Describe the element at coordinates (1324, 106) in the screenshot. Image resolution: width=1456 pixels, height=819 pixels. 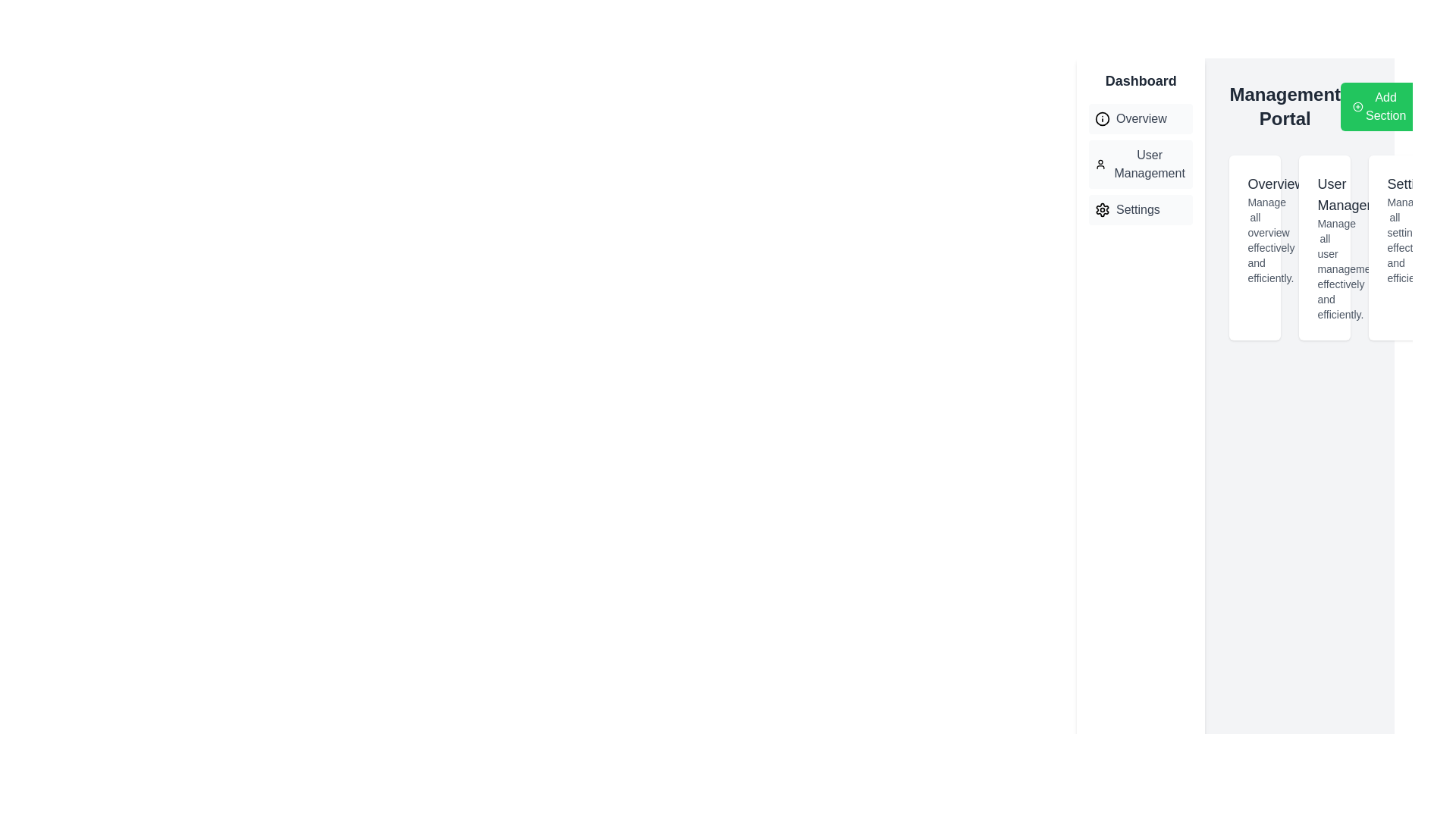
I see `the heading 'Management Portal'` at that location.